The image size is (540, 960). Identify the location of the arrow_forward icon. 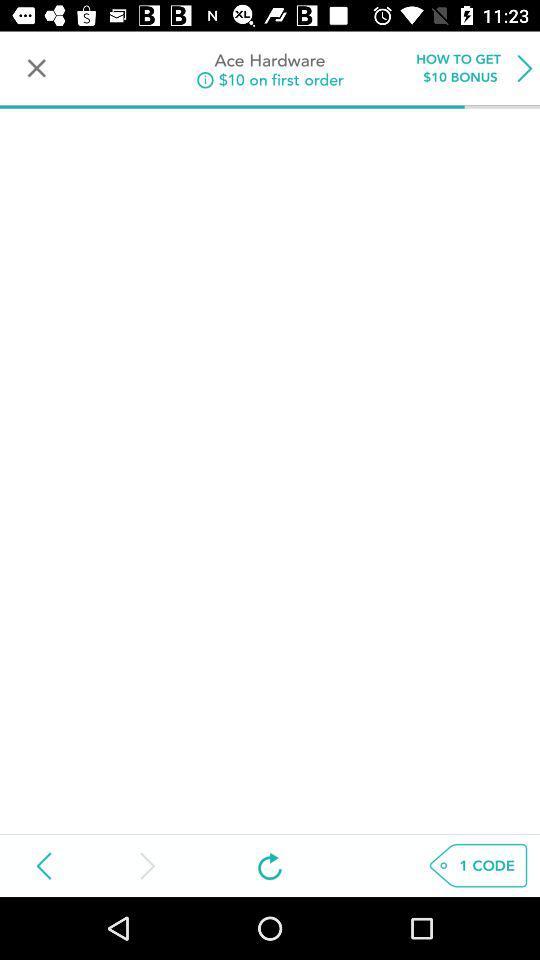
(145, 864).